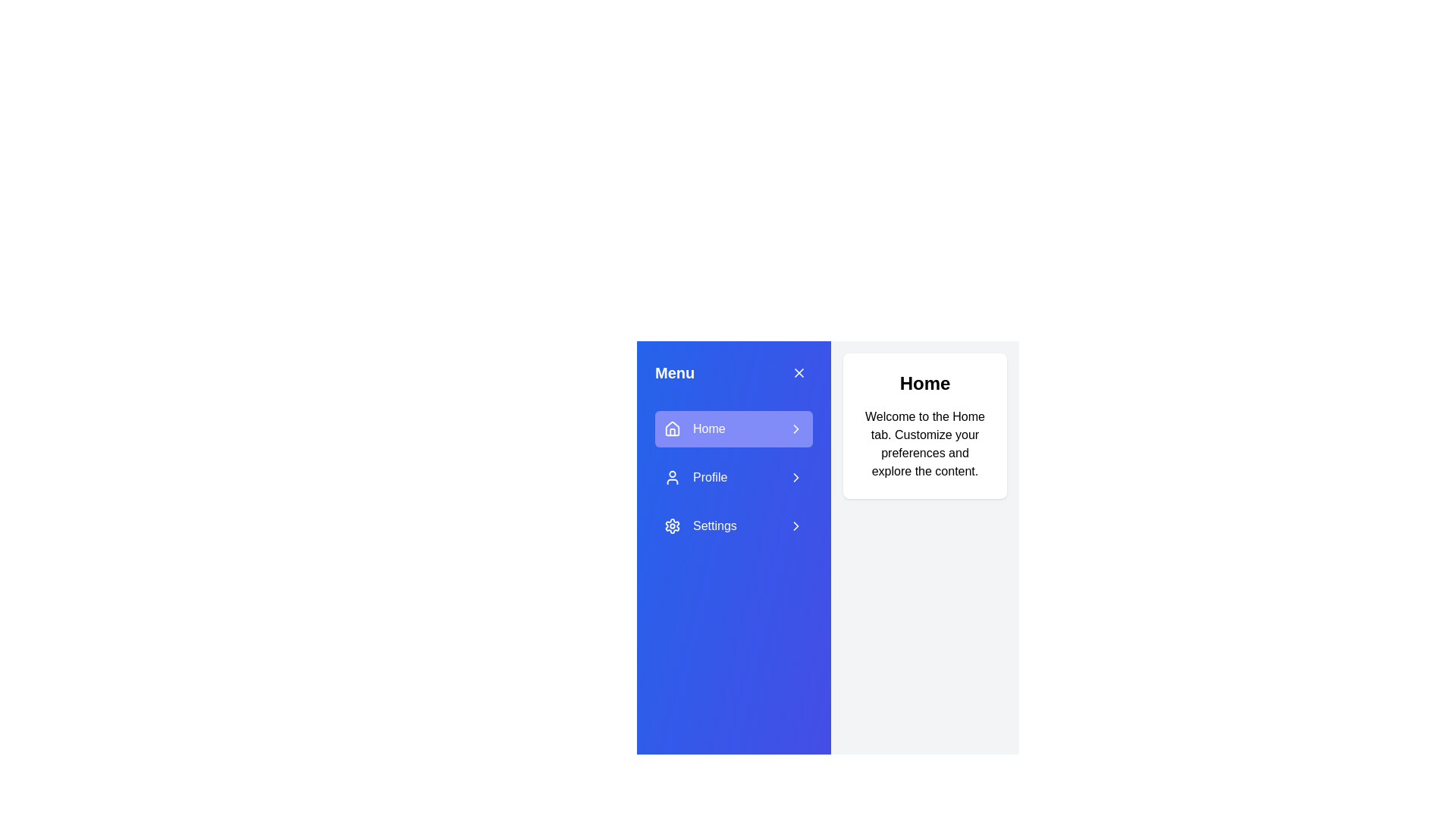  Describe the element at coordinates (674, 373) in the screenshot. I see `the label representing the sidebar menu section located in the top-left of the blue sidebar` at that location.